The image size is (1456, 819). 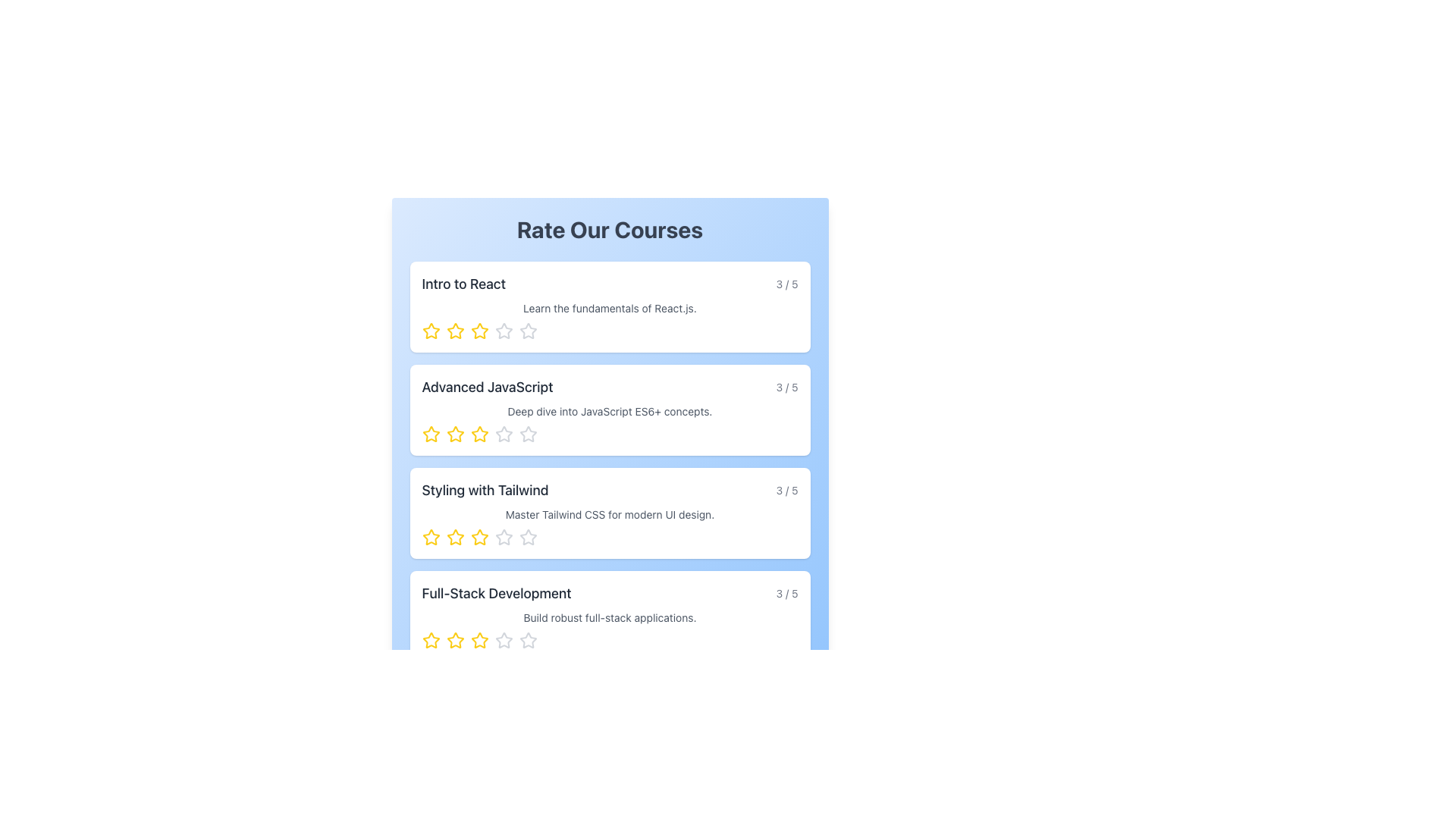 I want to click on the fourth star icon in the rating row under the 'Advanced JavaScript' course to rate it, so click(x=528, y=434).